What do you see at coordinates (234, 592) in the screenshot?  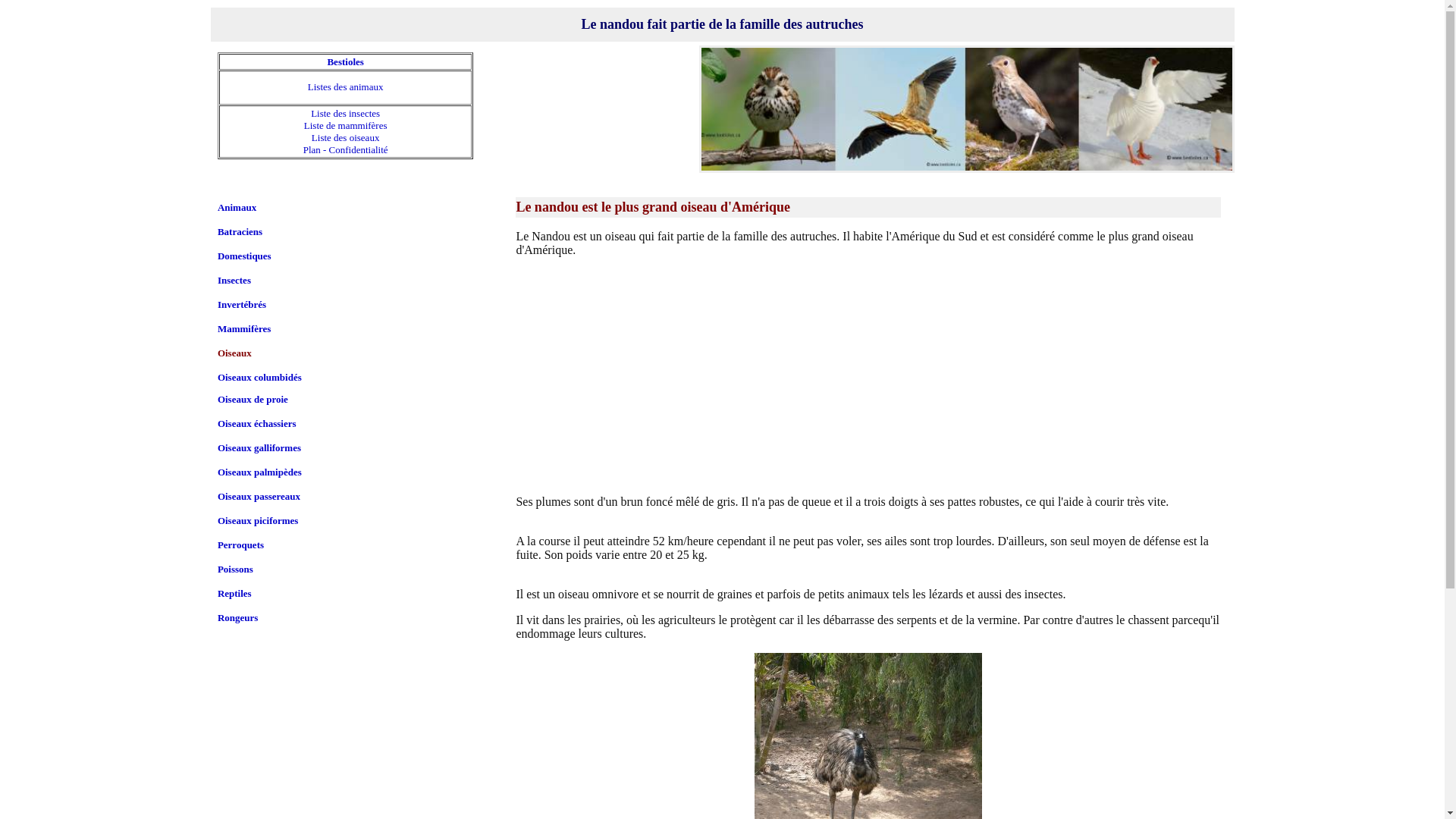 I see `'Reptiles'` at bounding box center [234, 592].